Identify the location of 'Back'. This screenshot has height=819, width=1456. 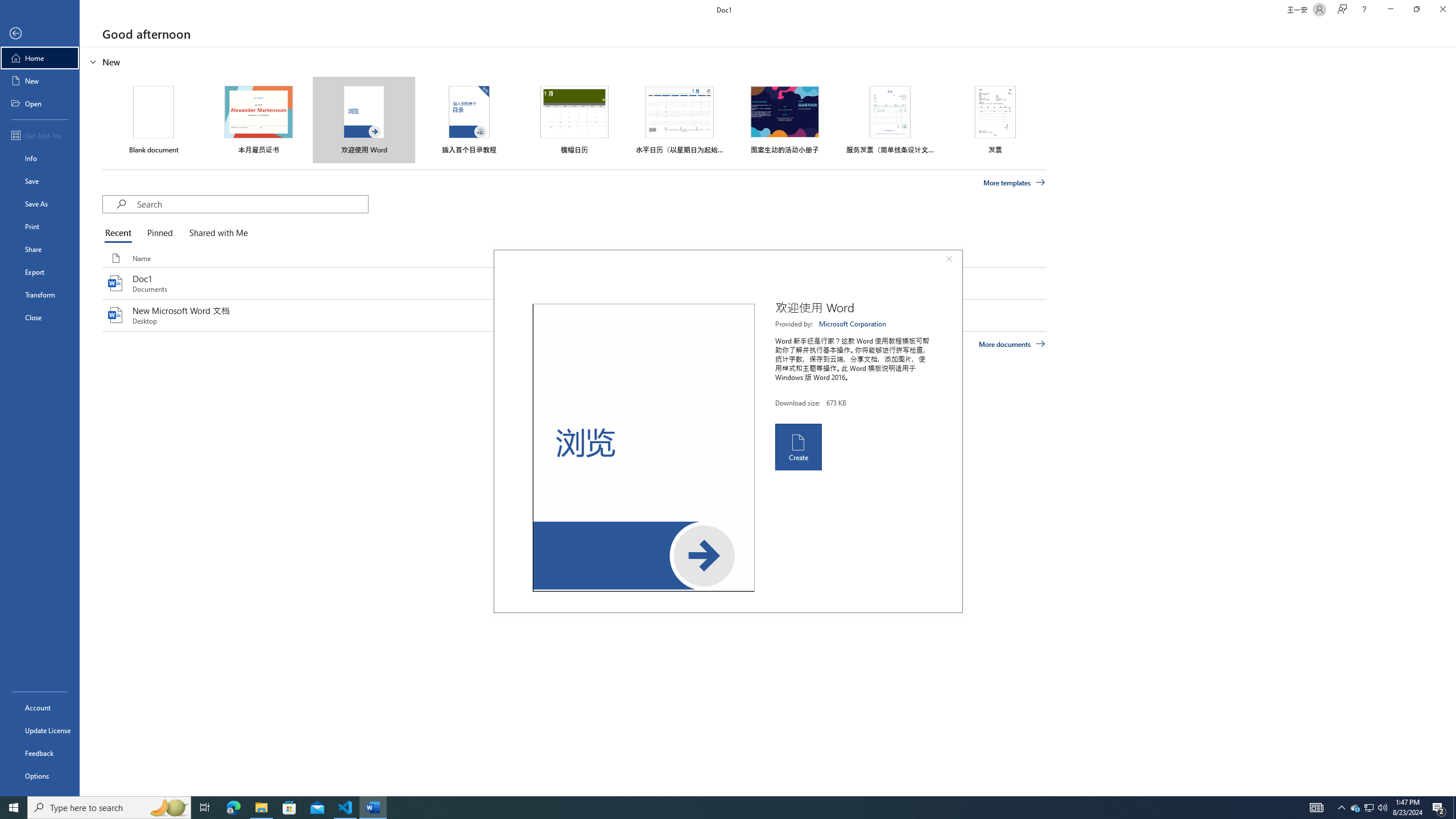
(39, 33).